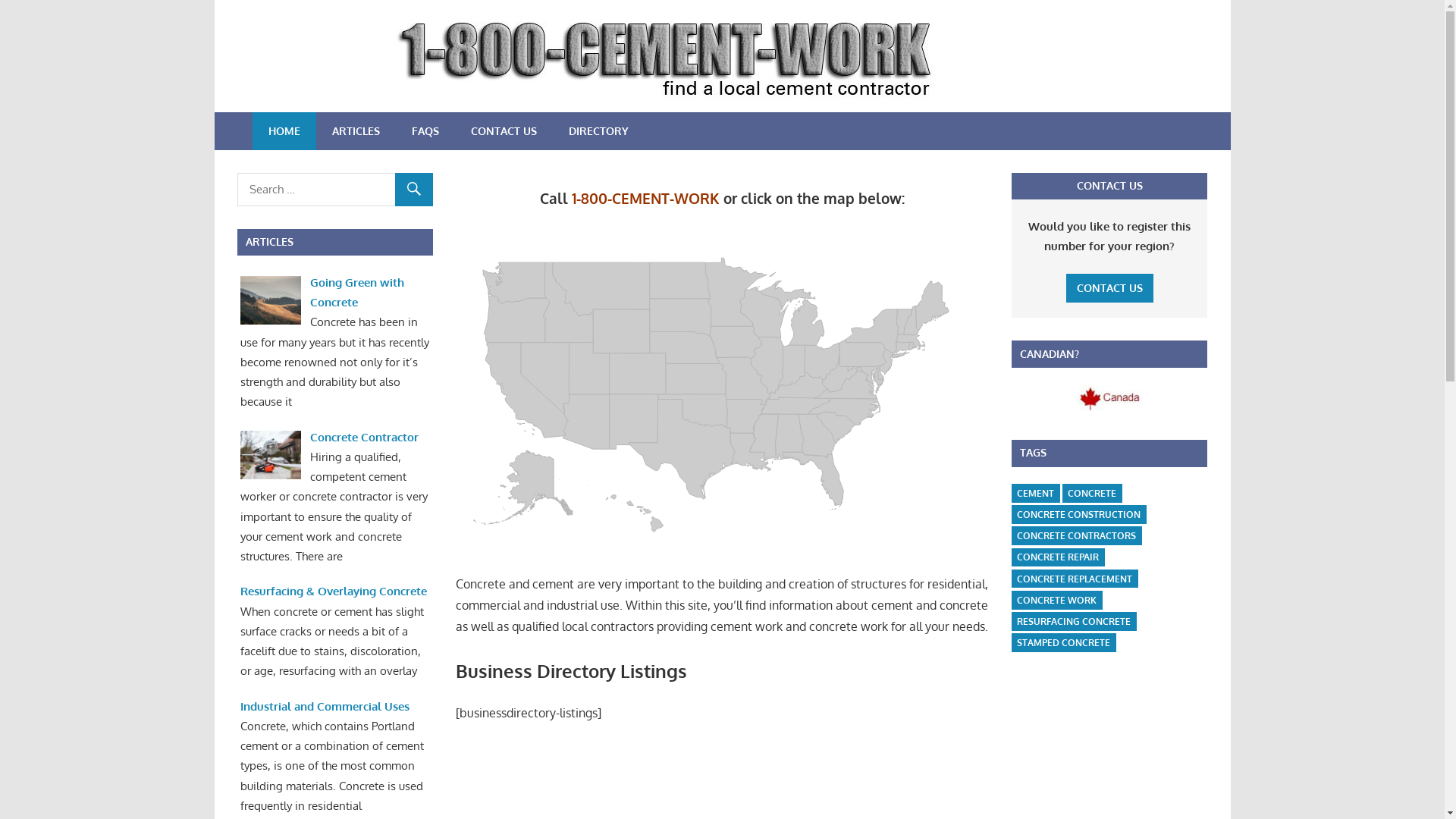  What do you see at coordinates (1075, 535) in the screenshot?
I see `'CONCRETE CONTRACTORS'` at bounding box center [1075, 535].